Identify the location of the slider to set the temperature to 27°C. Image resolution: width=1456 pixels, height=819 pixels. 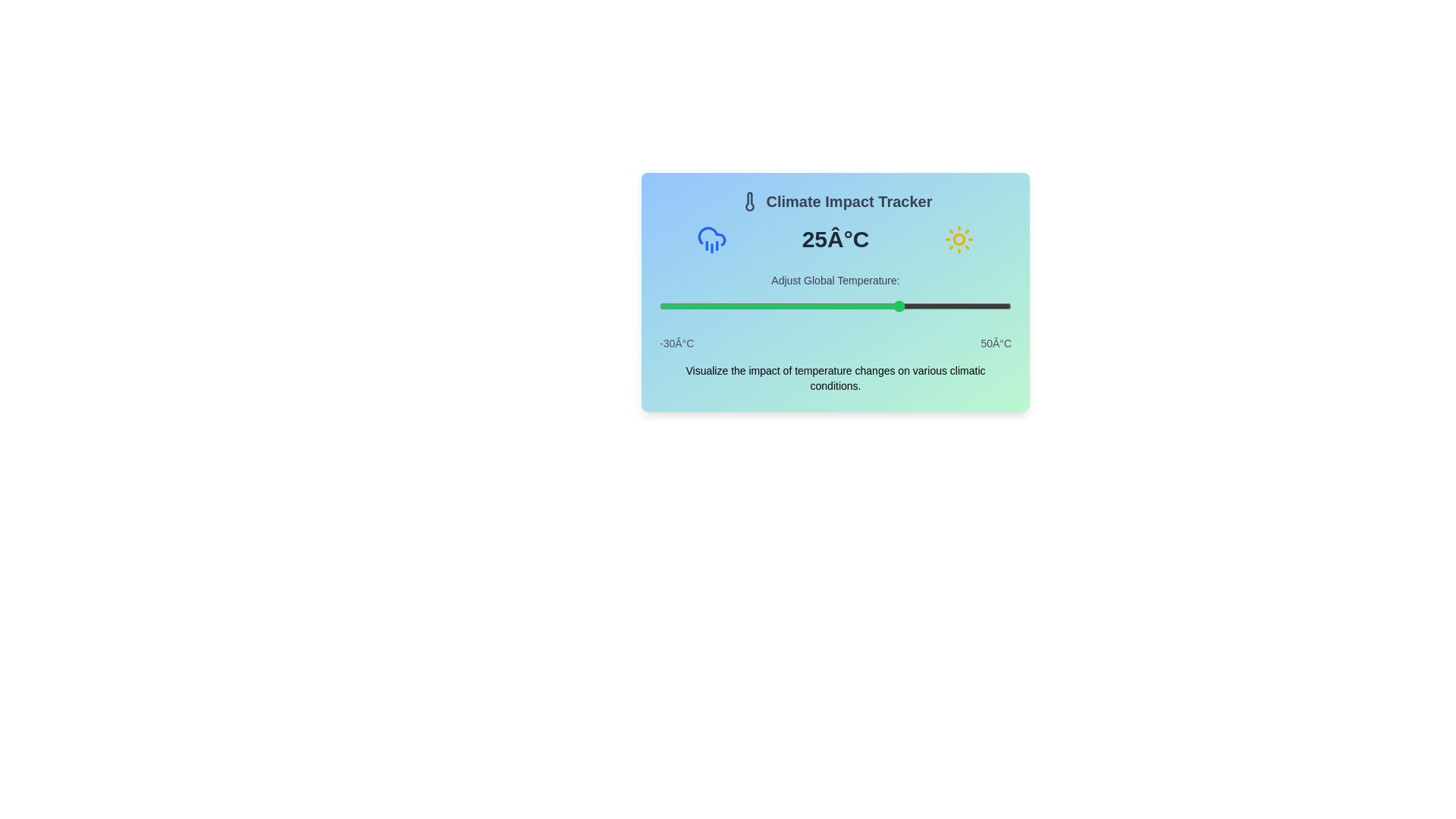
(910, 306).